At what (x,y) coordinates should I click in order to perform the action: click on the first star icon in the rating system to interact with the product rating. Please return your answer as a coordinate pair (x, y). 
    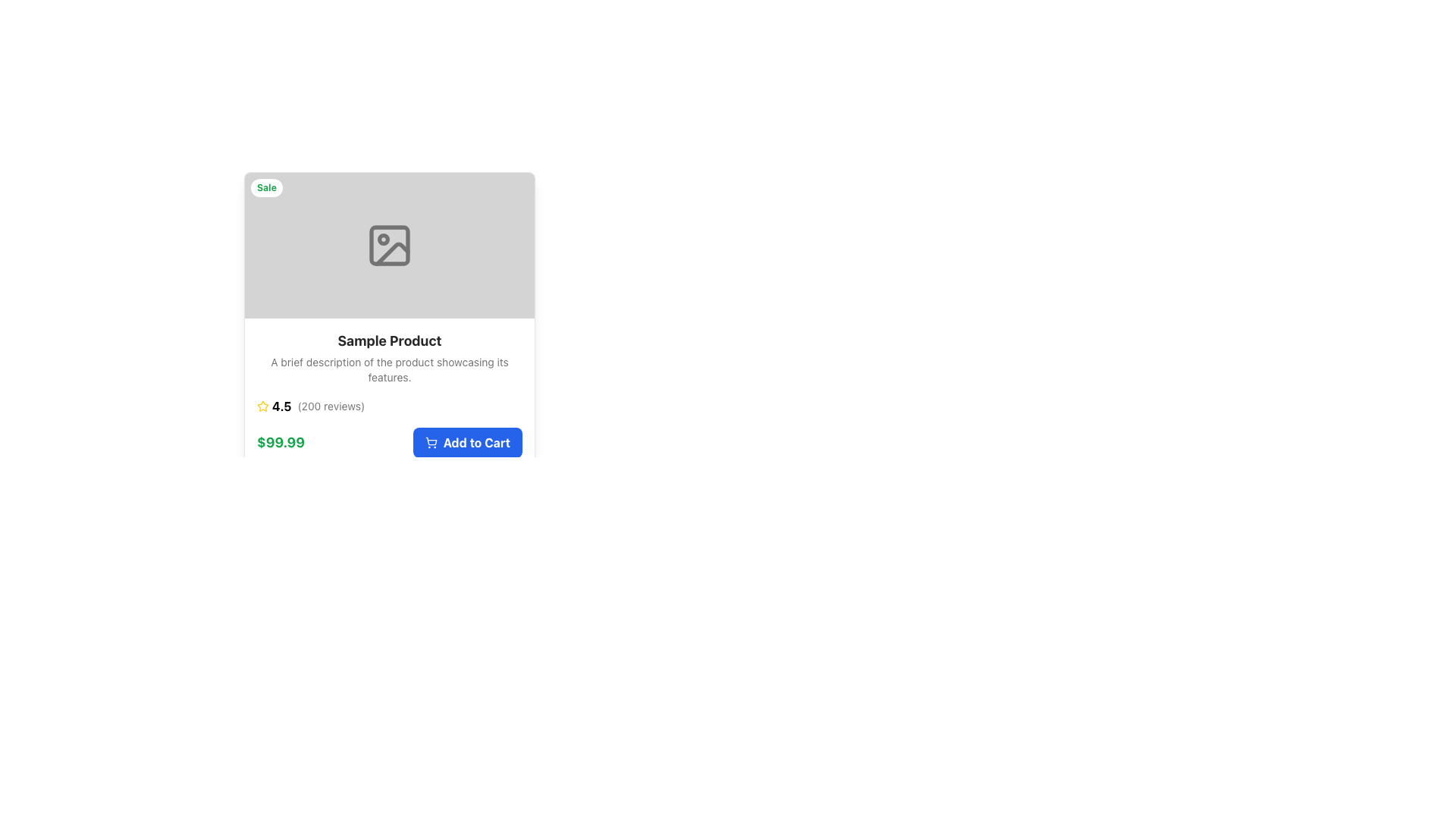
    Looking at the image, I should click on (262, 405).